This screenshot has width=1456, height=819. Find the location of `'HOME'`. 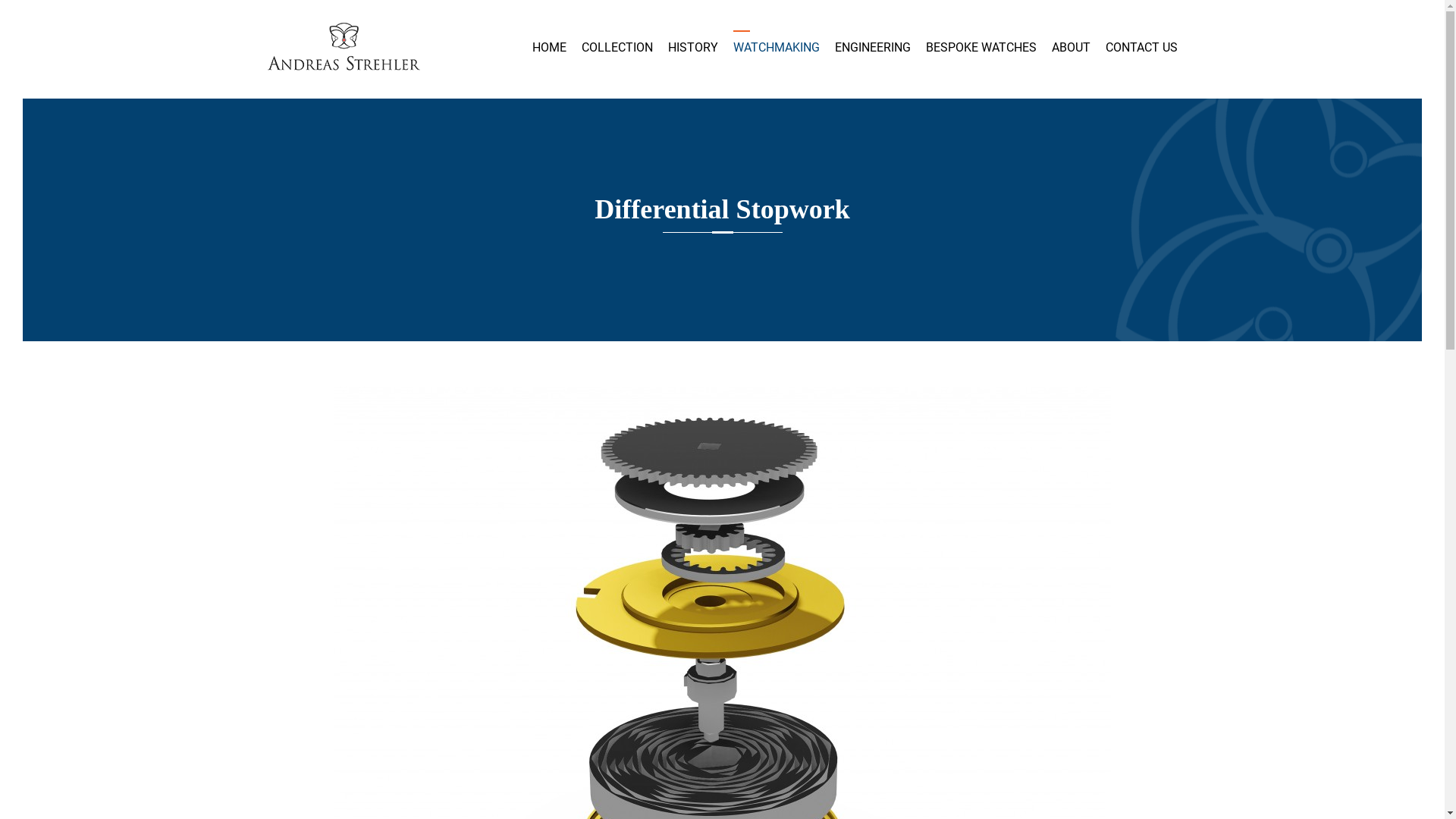

'HOME' is located at coordinates (532, 46).